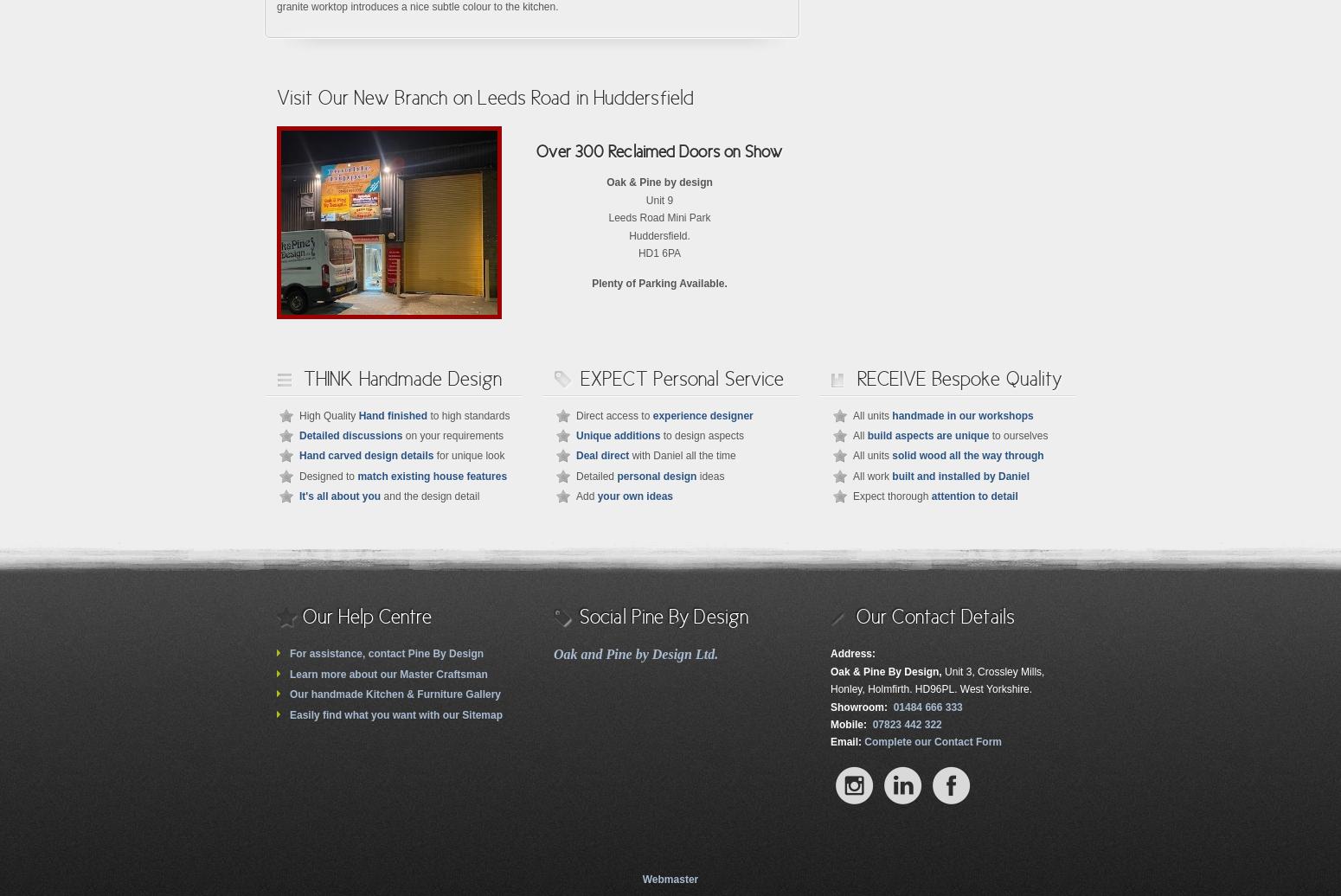  I want to click on 'THINK Handmade Design', so click(402, 378).